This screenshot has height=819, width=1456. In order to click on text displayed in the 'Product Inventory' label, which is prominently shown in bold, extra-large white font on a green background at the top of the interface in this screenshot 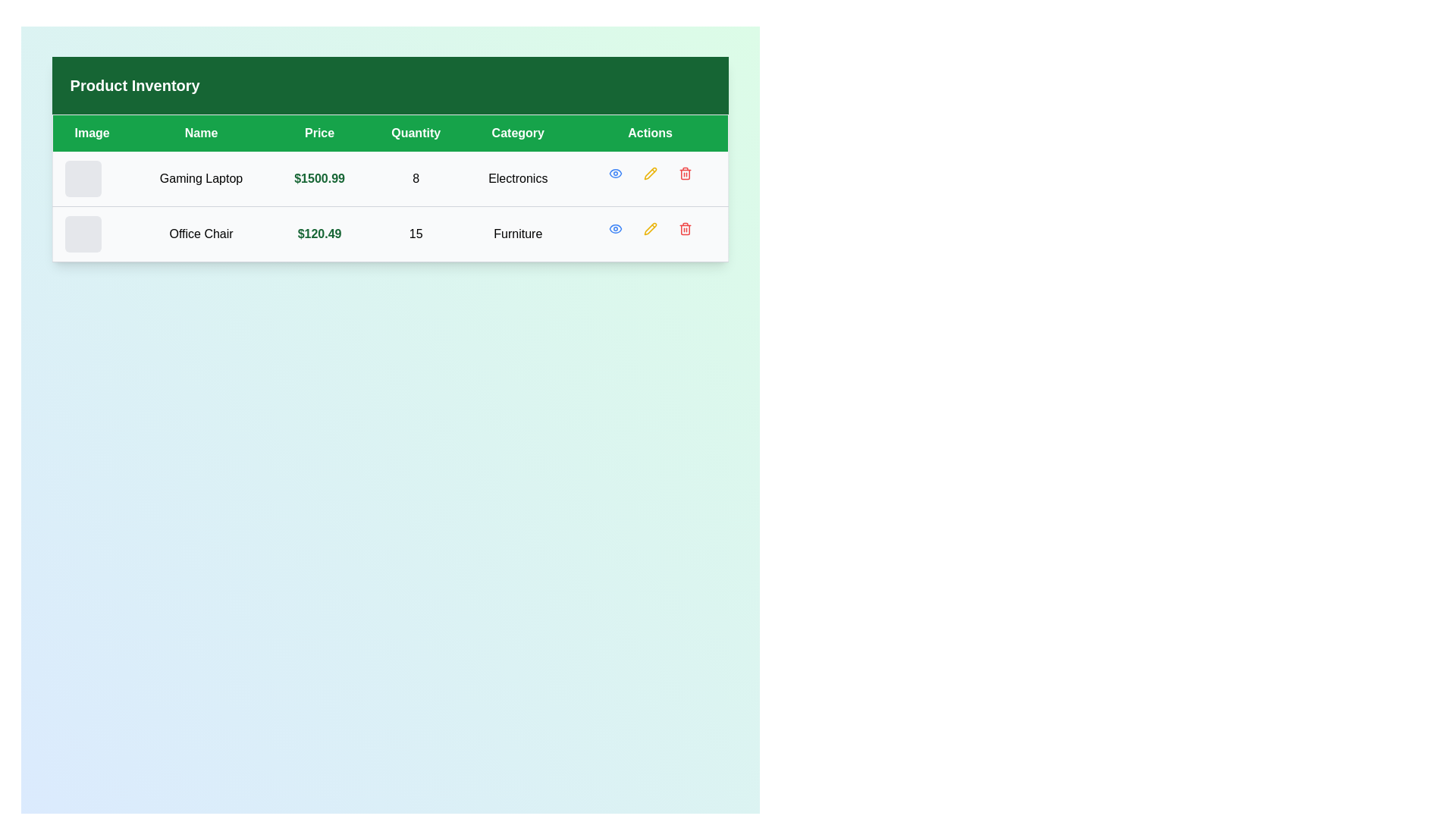, I will do `click(135, 85)`.